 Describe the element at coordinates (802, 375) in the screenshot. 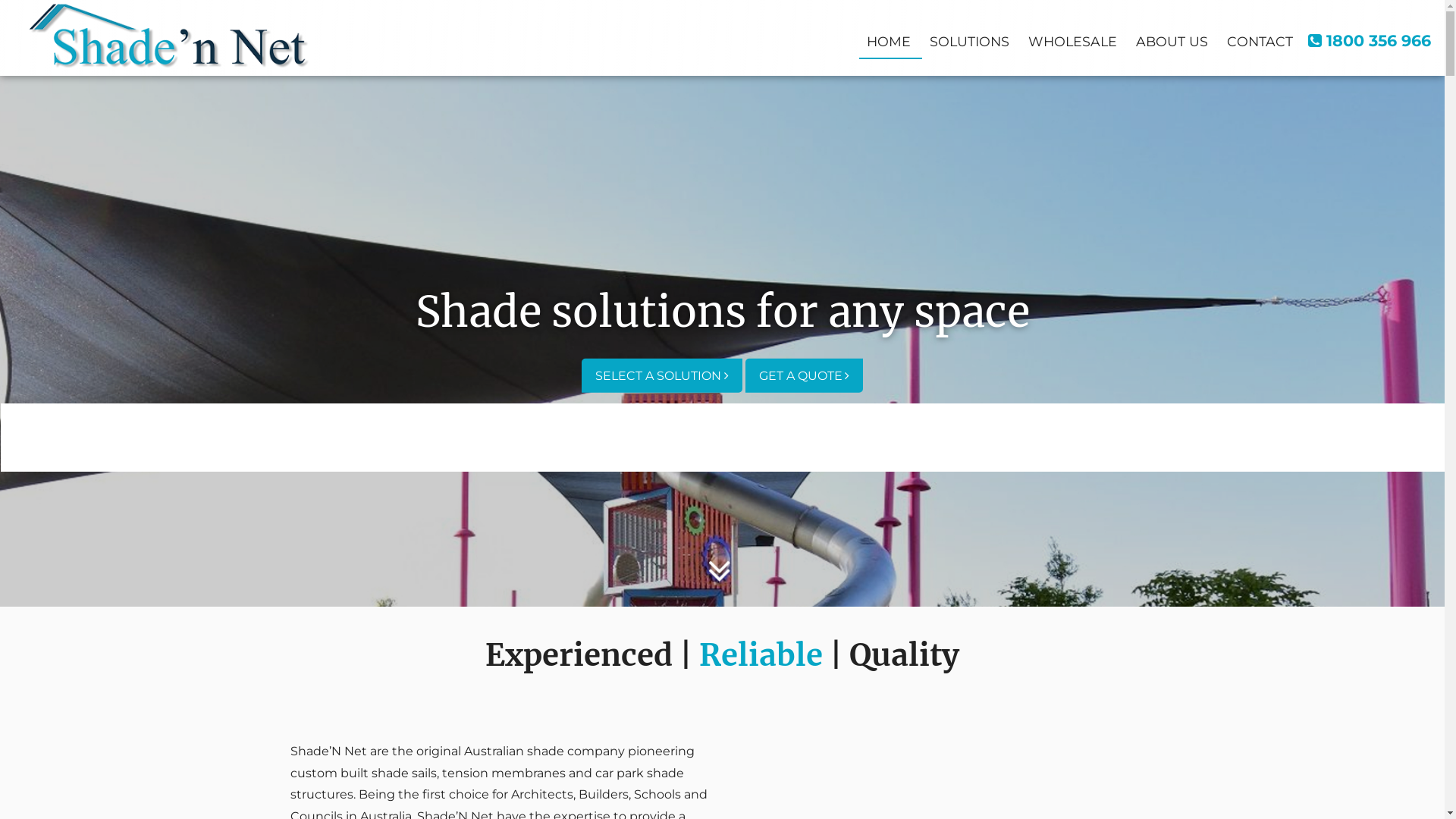

I see `'GET A QUOTE'` at that location.